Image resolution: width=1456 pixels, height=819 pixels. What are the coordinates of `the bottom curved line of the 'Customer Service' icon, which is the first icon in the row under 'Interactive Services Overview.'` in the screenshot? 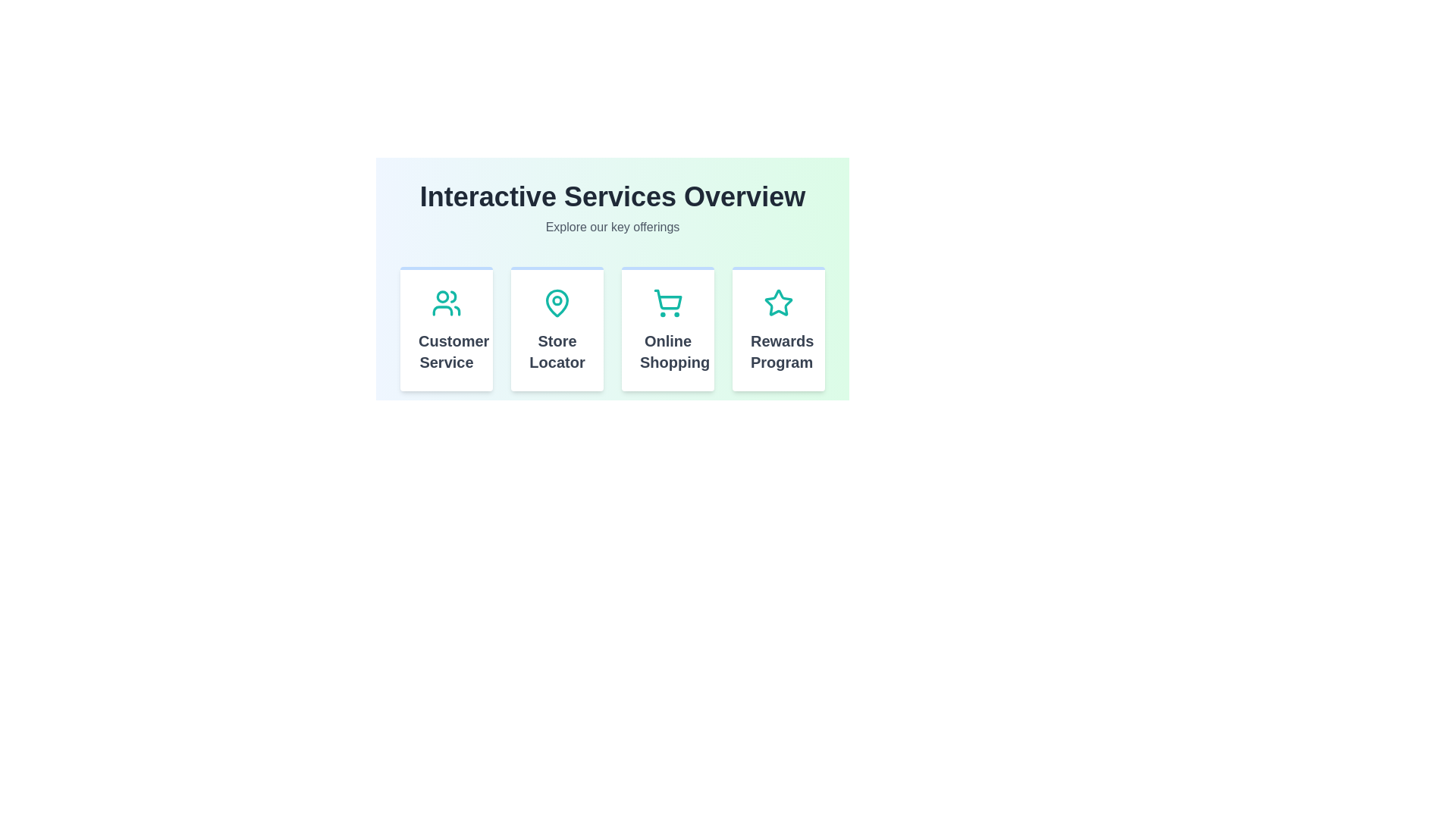 It's located at (442, 309).